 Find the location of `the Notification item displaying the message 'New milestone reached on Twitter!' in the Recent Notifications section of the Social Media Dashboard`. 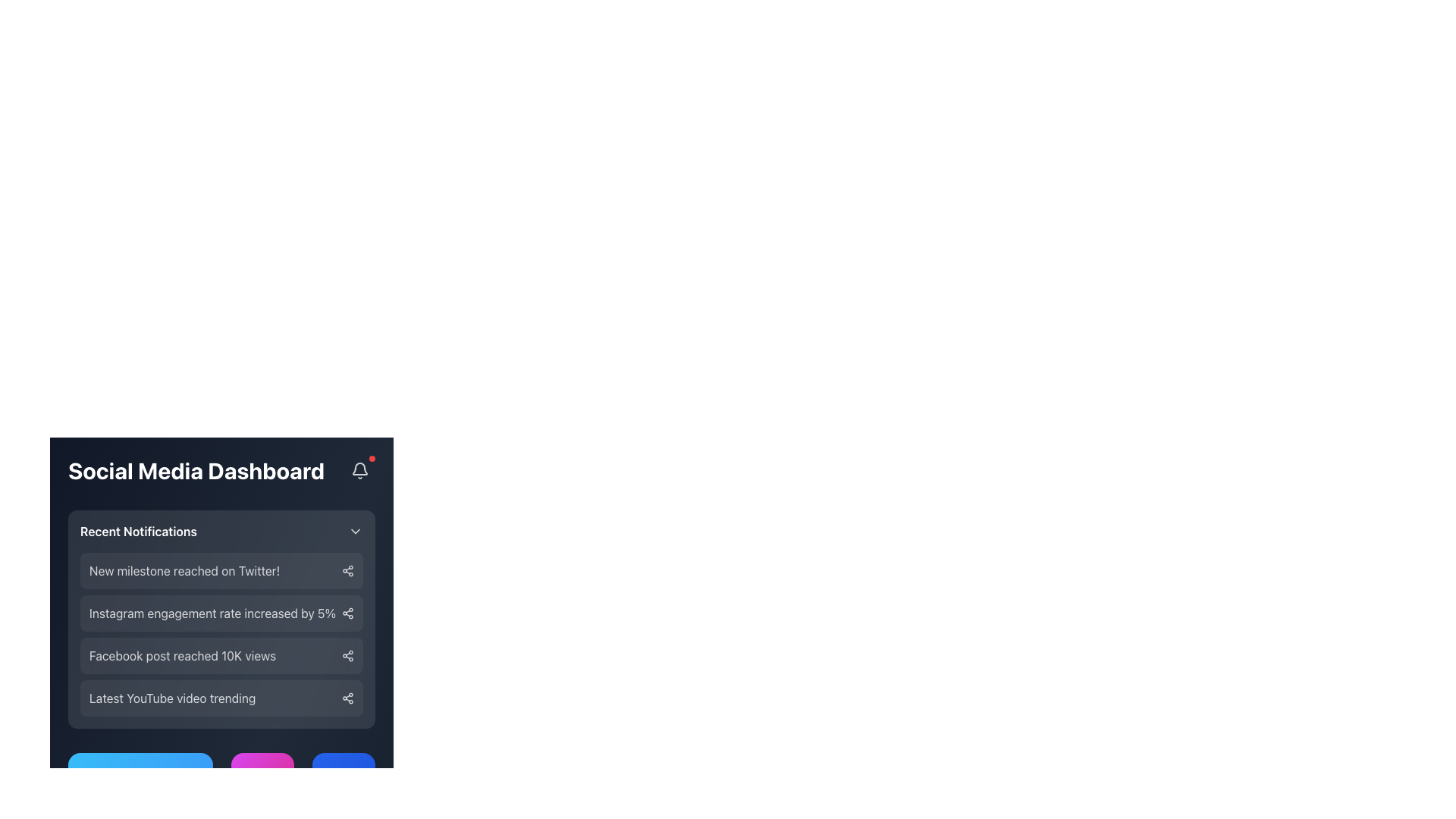

the Notification item displaying the message 'New milestone reached on Twitter!' in the Recent Notifications section of the Social Media Dashboard is located at coordinates (221, 570).